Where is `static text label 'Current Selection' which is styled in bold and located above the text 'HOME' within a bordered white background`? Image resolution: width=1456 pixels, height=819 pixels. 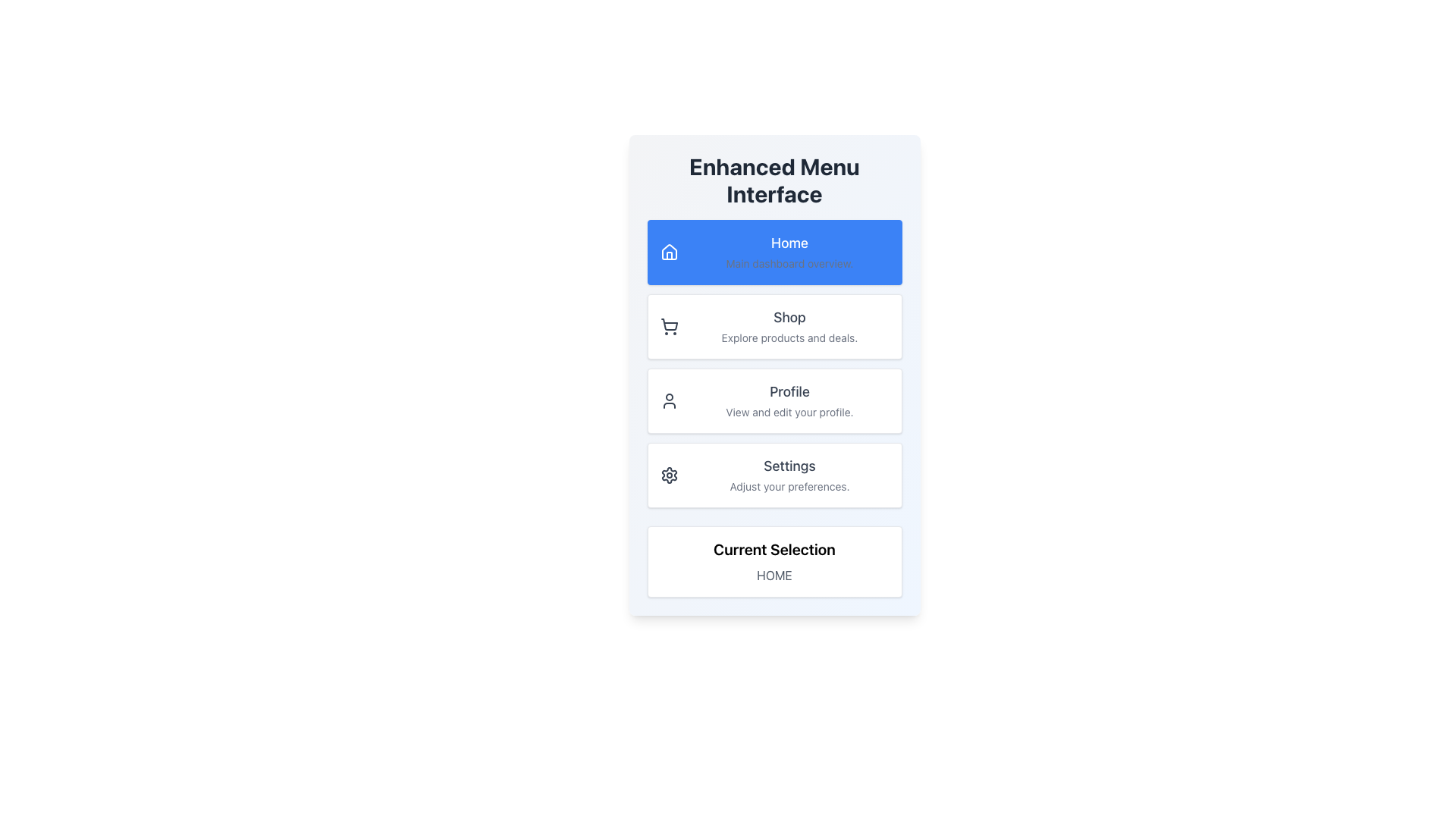
static text label 'Current Selection' which is styled in bold and located above the text 'HOME' within a bordered white background is located at coordinates (774, 550).